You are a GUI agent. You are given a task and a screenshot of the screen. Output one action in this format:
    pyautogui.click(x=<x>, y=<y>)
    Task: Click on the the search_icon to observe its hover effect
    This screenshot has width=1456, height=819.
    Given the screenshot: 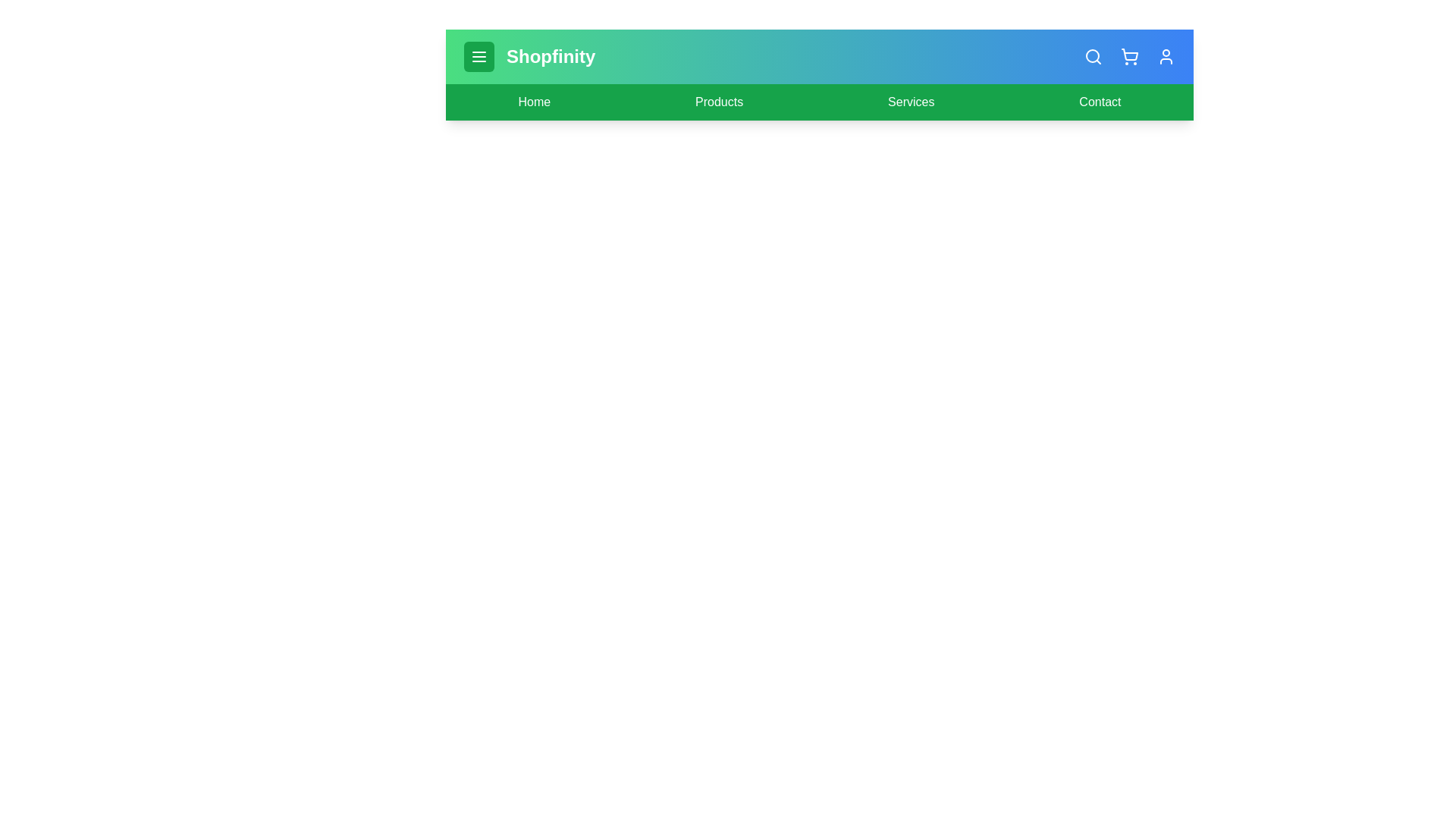 What is the action you would take?
    pyautogui.click(x=1093, y=55)
    